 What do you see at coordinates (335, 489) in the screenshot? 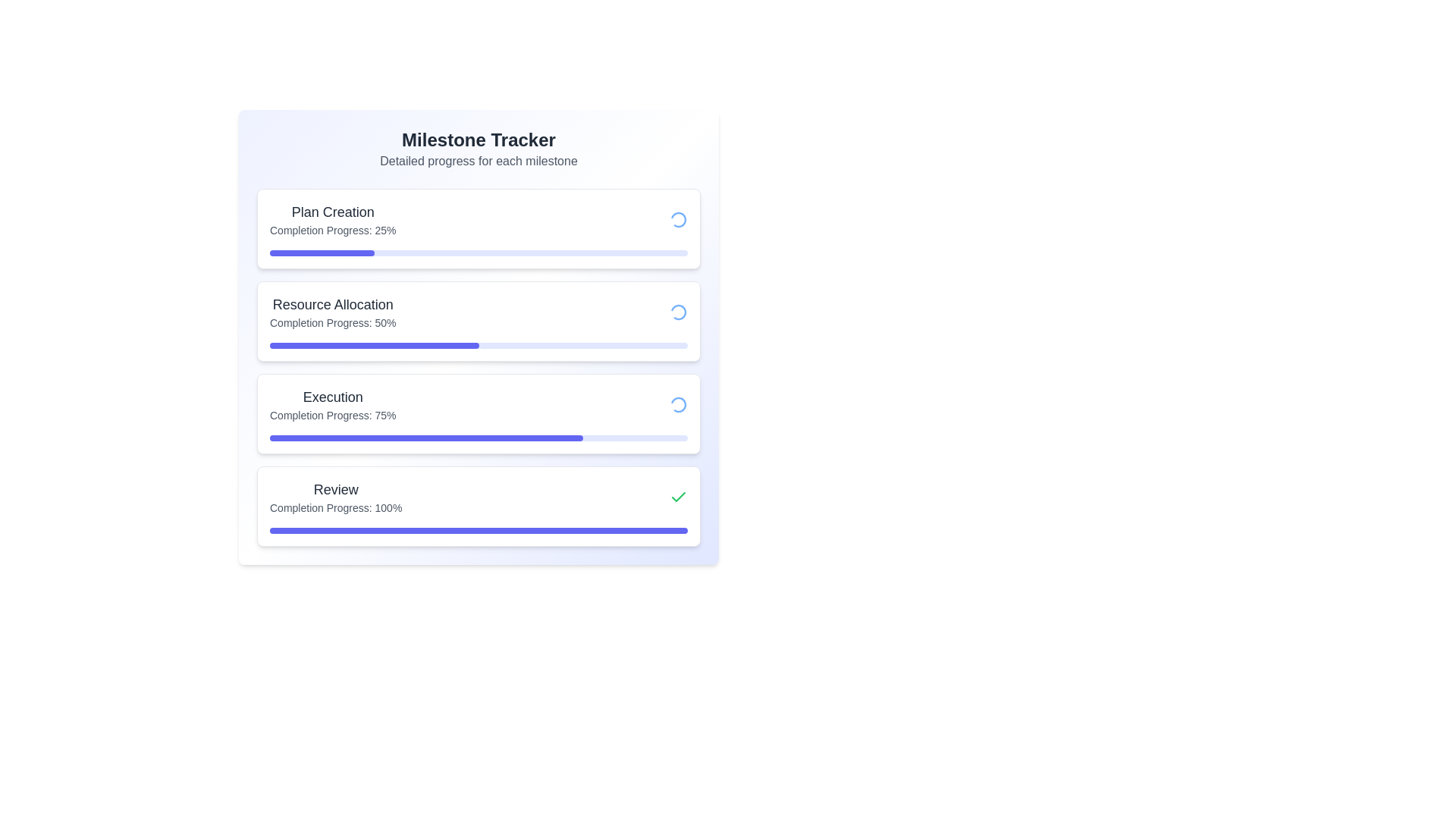
I see `the Static Text Label titled 'Review' which serves as a header for the milestone section in the progress tracking layout` at bounding box center [335, 489].